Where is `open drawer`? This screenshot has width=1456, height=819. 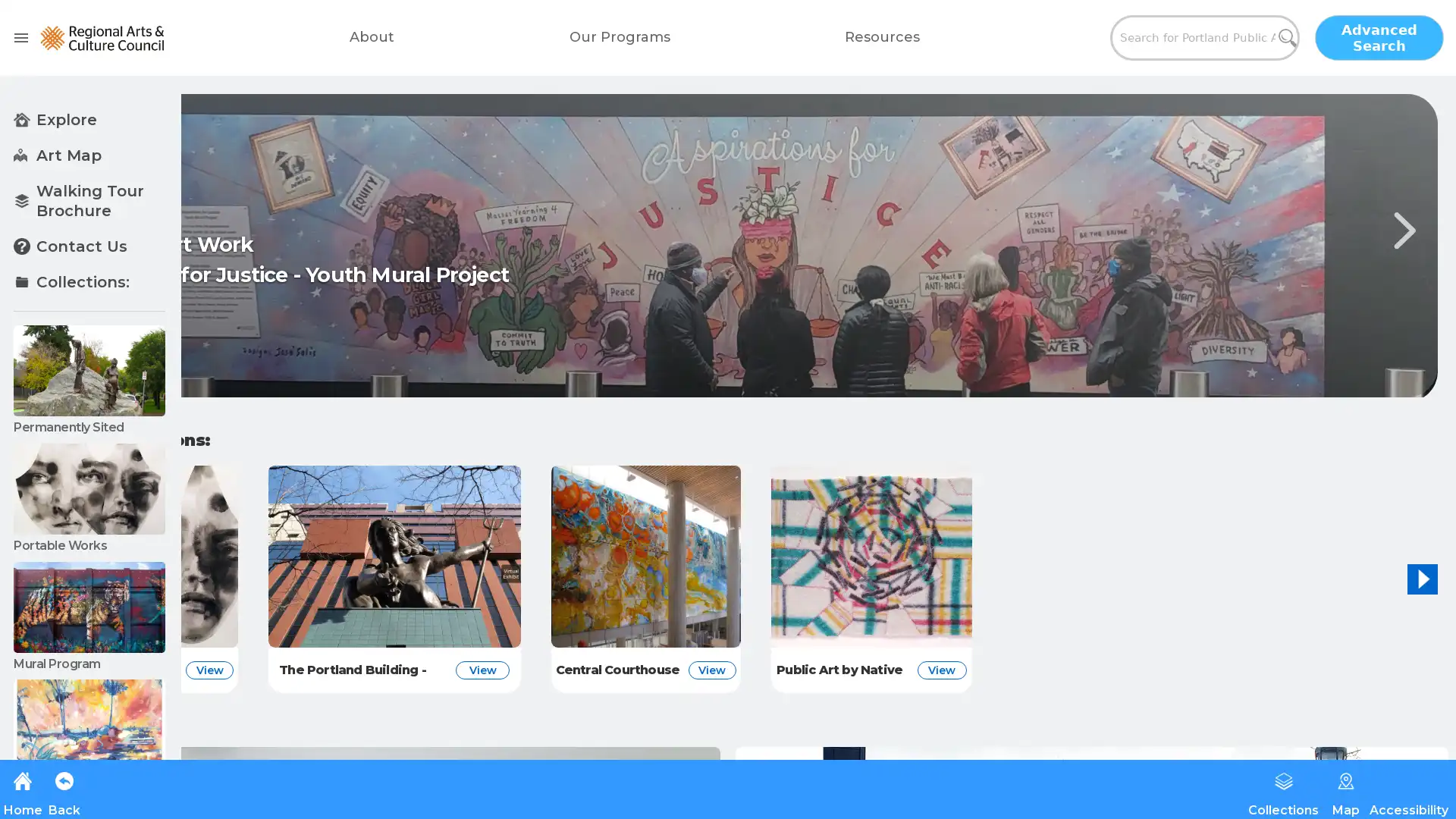
open drawer is located at coordinates (21, 37).